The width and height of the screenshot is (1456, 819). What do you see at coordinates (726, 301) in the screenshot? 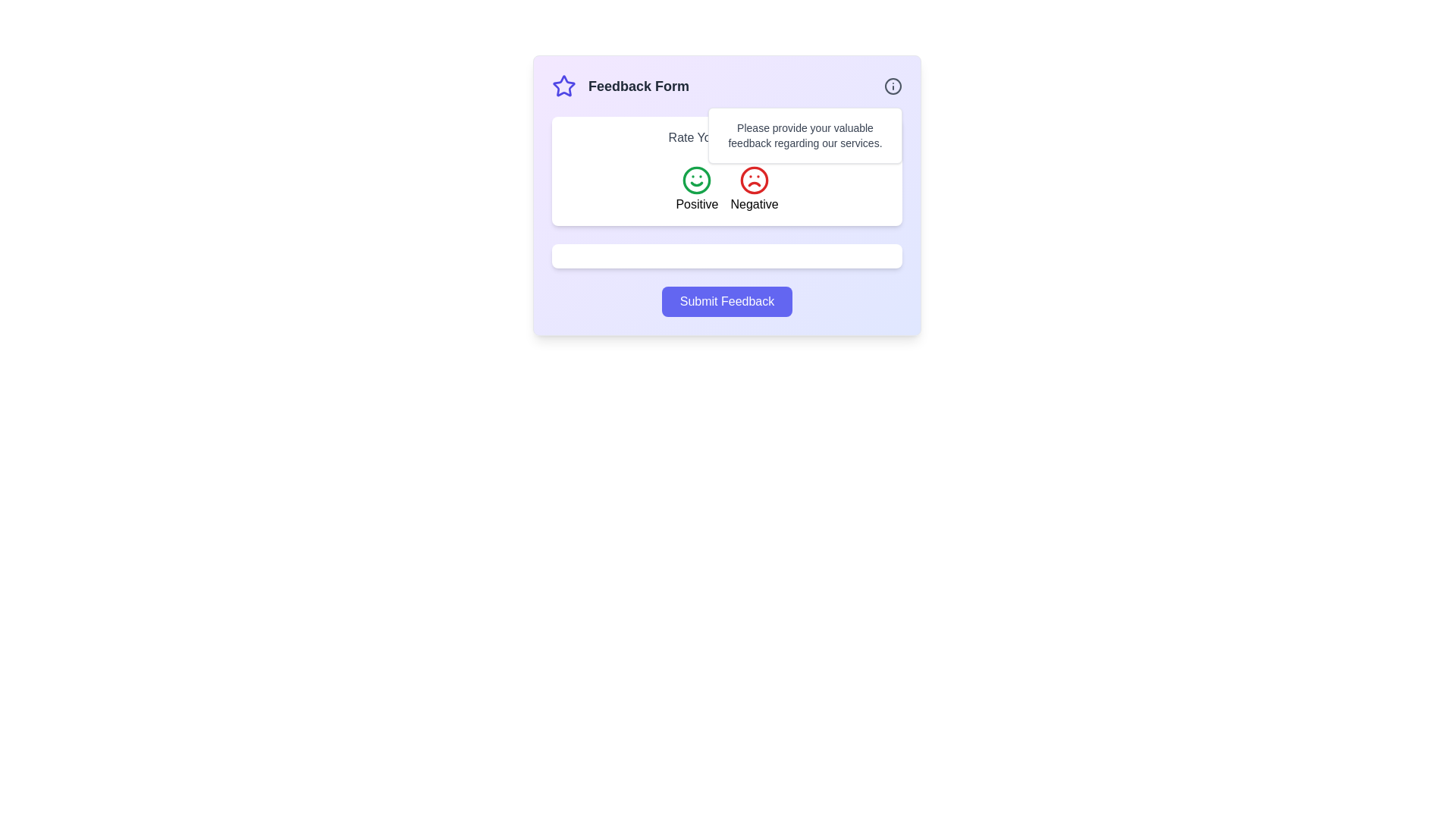
I see `the feedback submission button located centrally in the lower section of the feedback form panel` at bounding box center [726, 301].